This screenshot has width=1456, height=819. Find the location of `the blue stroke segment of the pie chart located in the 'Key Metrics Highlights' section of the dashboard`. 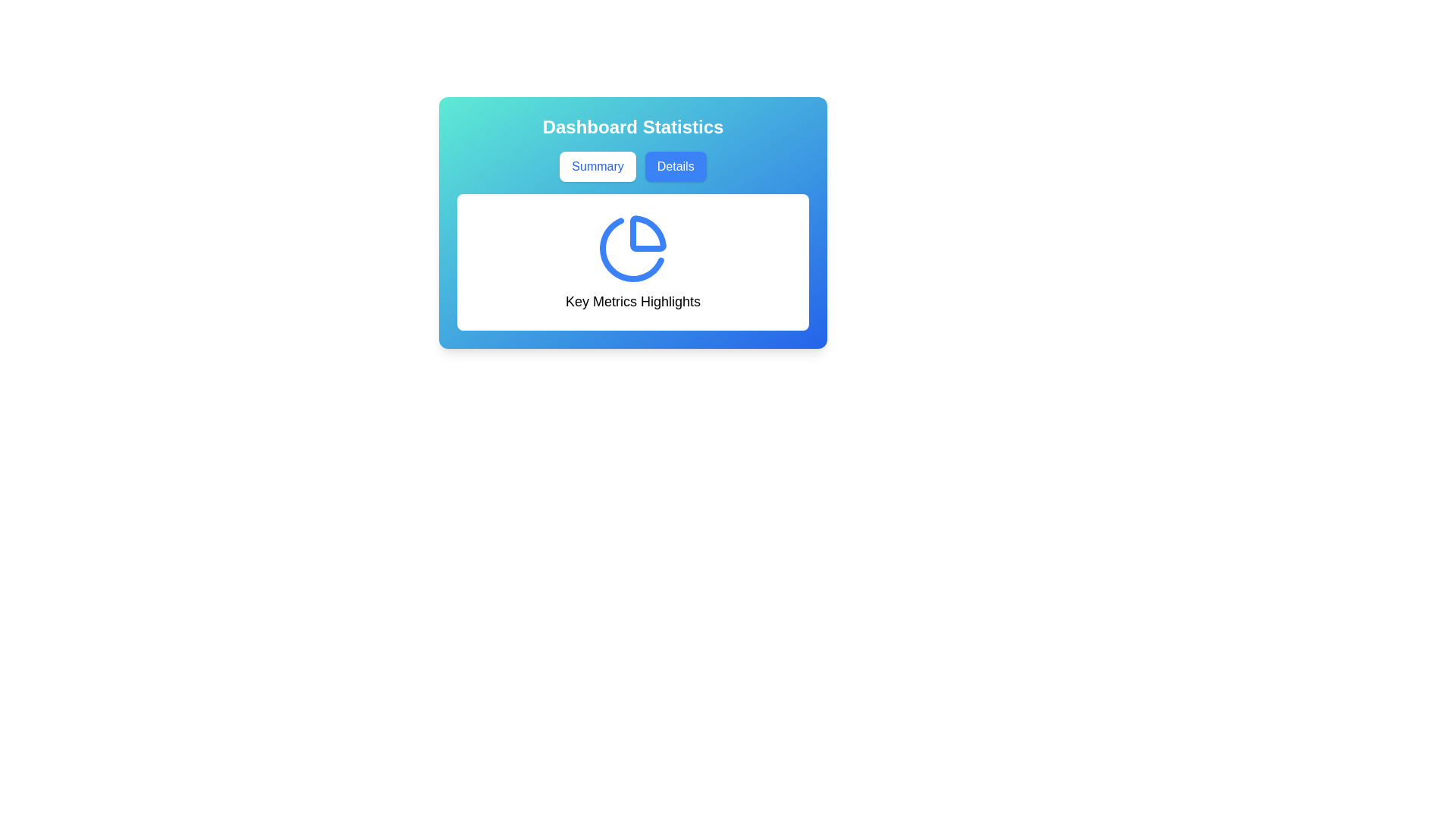

the blue stroke segment of the pie chart located in the 'Key Metrics Highlights' section of the dashboard is located at coordinates (632, 249).